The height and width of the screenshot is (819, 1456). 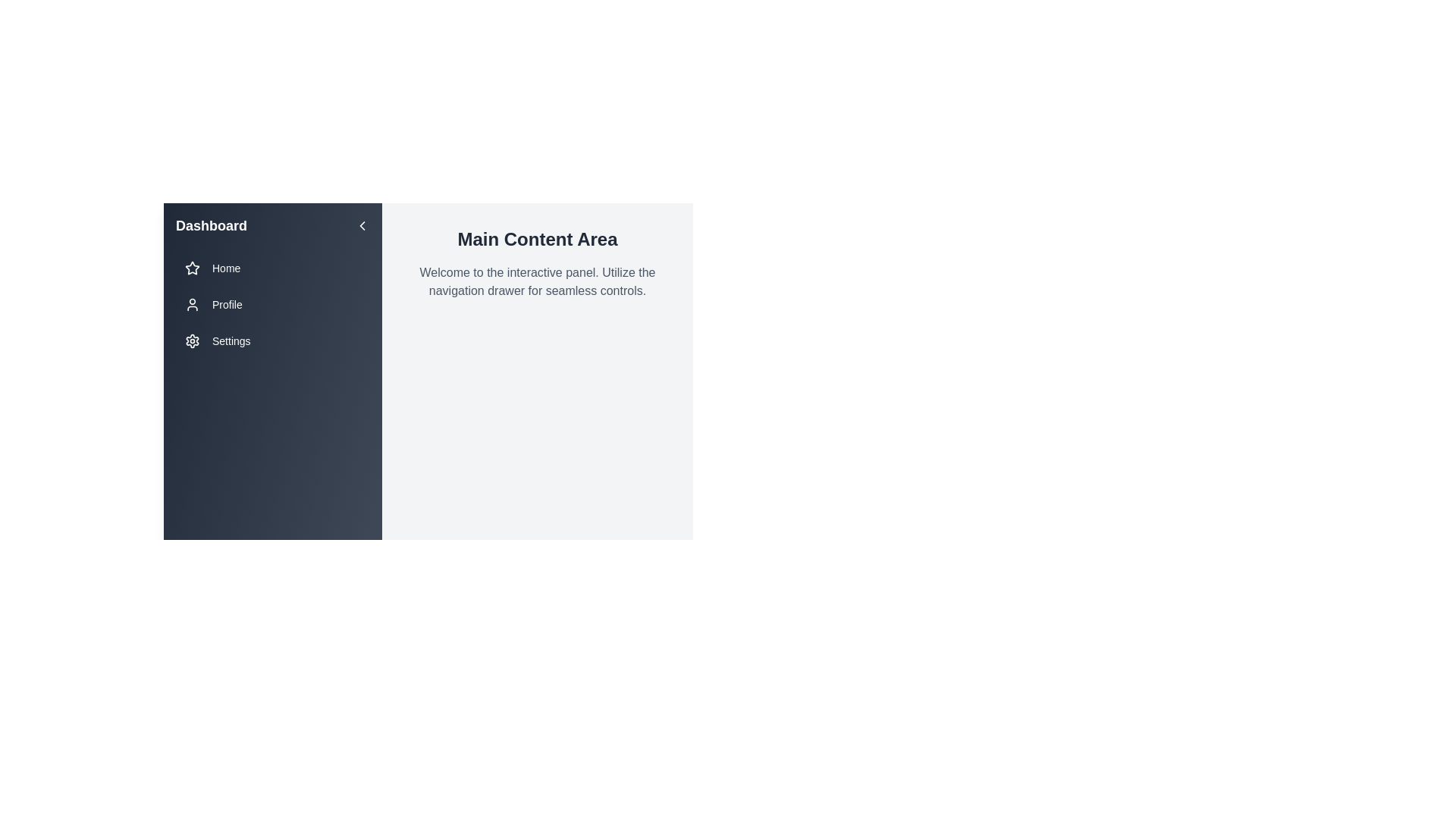 What do you see at coordinates (192, 304) in the screenshot?
I see `the 'Profile' icon in the sidebar menu, which is located adjacent to the 'Profile' text` at bounding box center [192, 304].